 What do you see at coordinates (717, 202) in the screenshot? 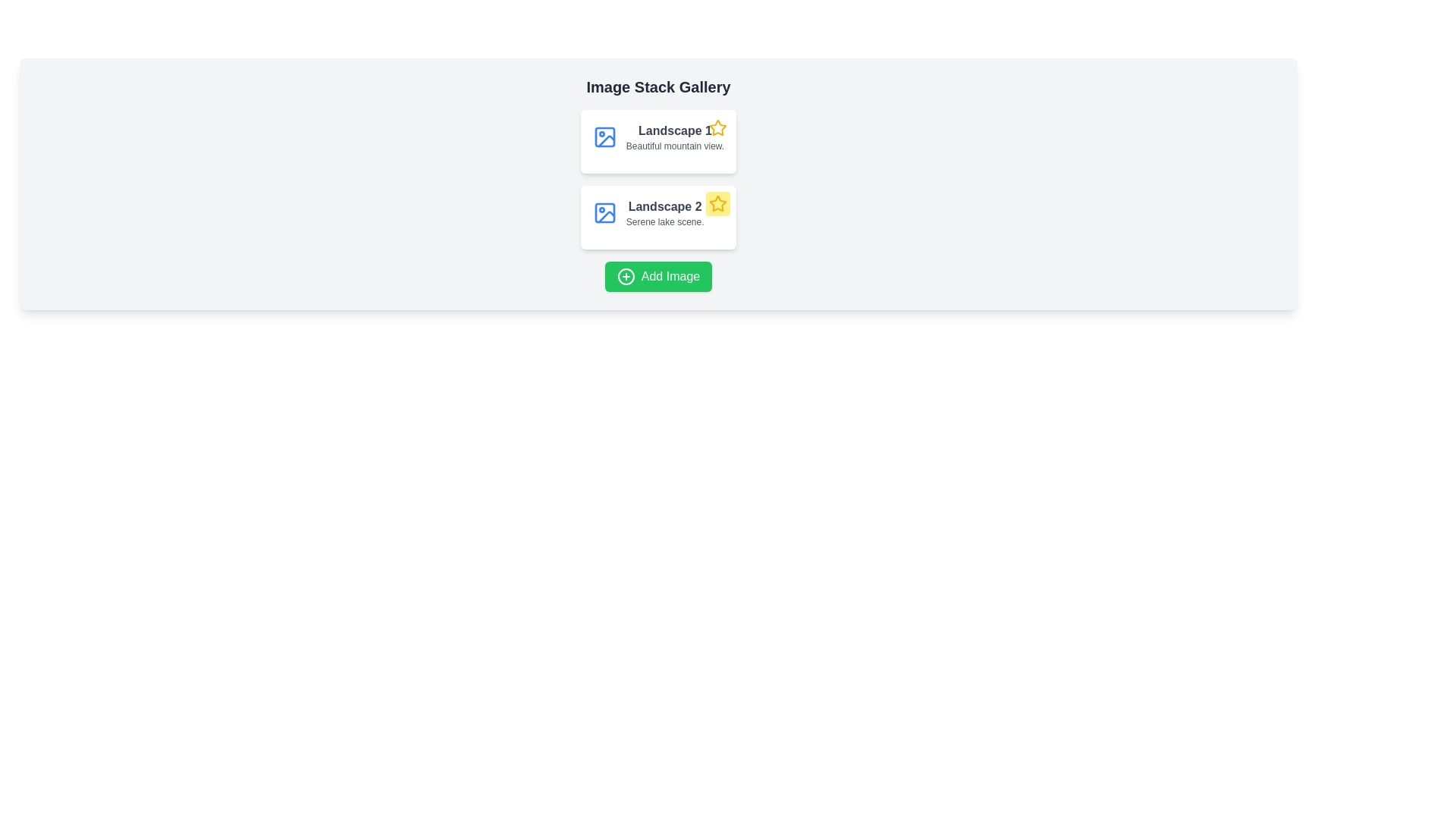
I see `the star-shaped SVG icon with a yellow fill and black outlines located beside the 'Landscape 2' label in the second row of the gallery to interact with it` at bounding box center [717, 202].